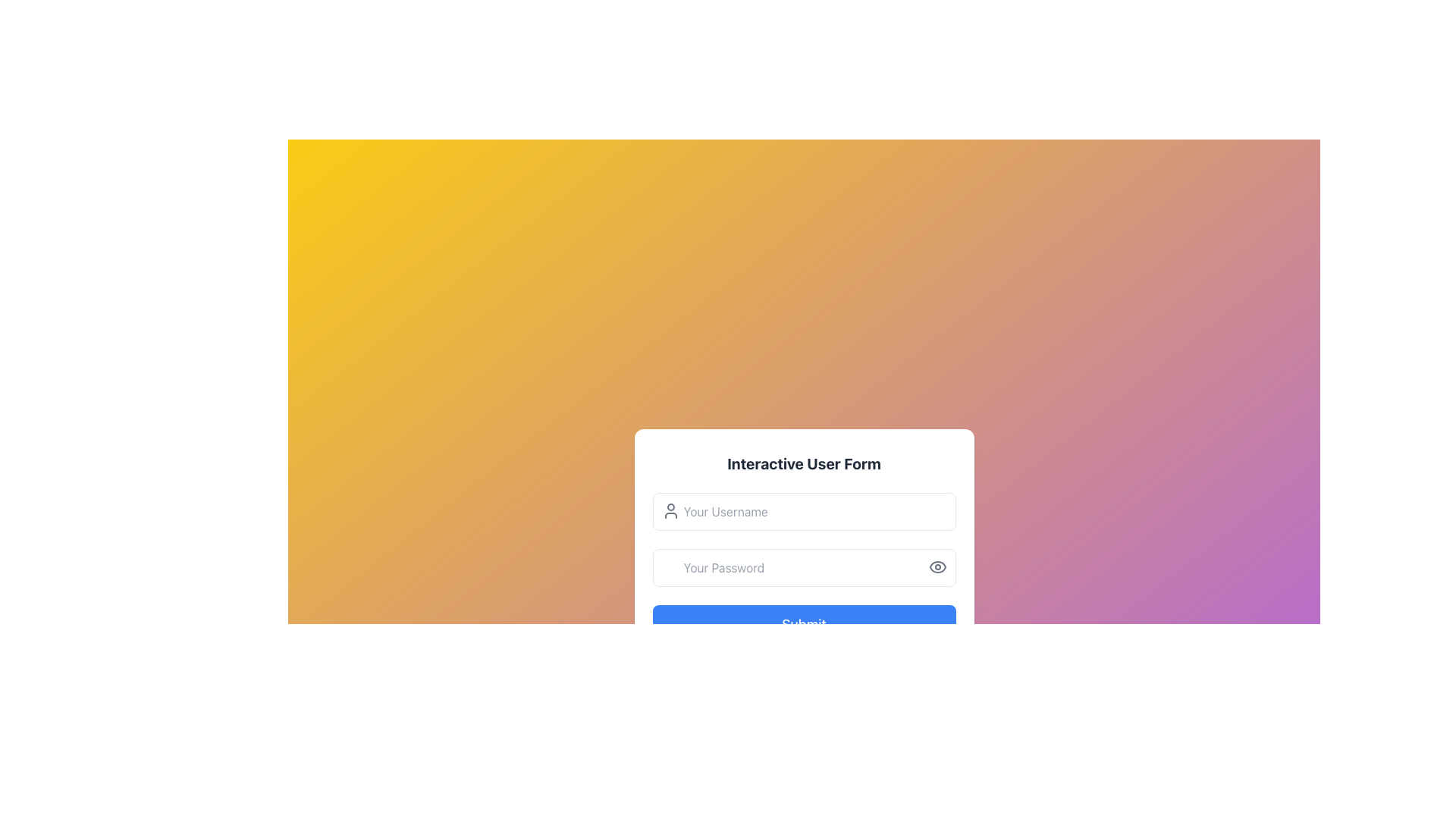  I want to click on the blue 'Submit' button with rounded edges, so click(803, 625).